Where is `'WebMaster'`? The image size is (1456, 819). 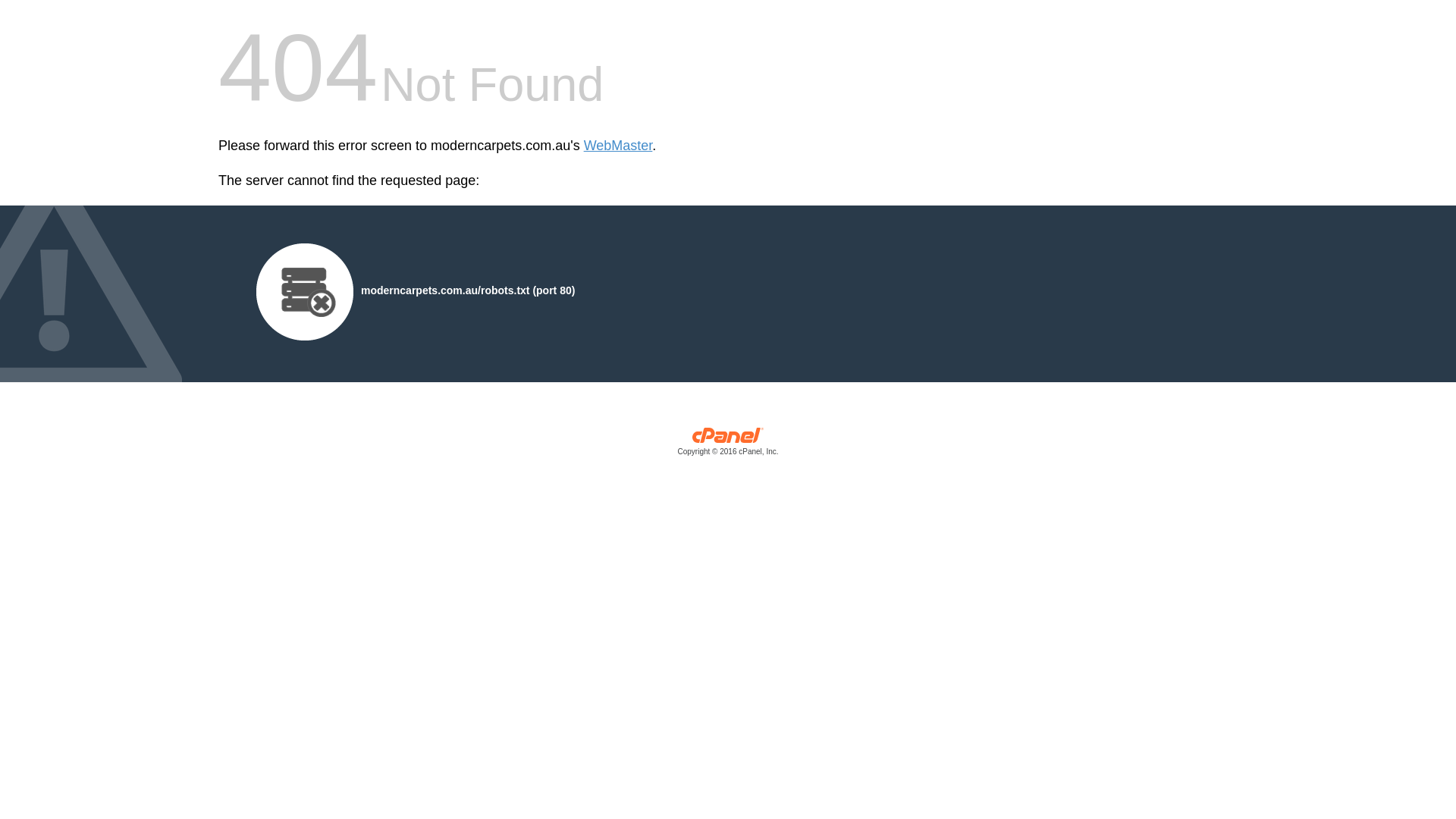
'WebMaster' is located at coordinates (582, 146).